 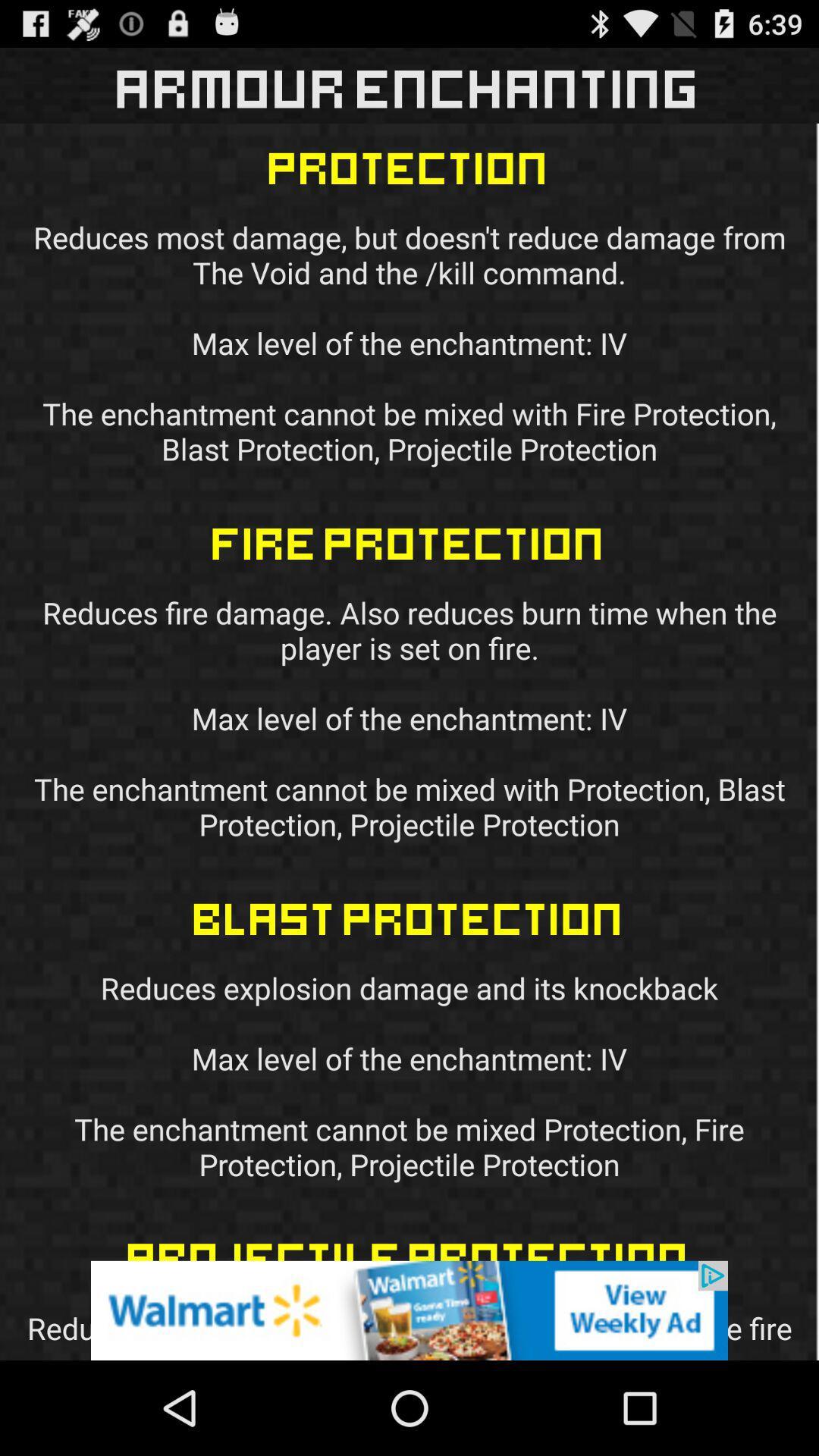 I want to click on walmart, so click(x=409, y=1310).